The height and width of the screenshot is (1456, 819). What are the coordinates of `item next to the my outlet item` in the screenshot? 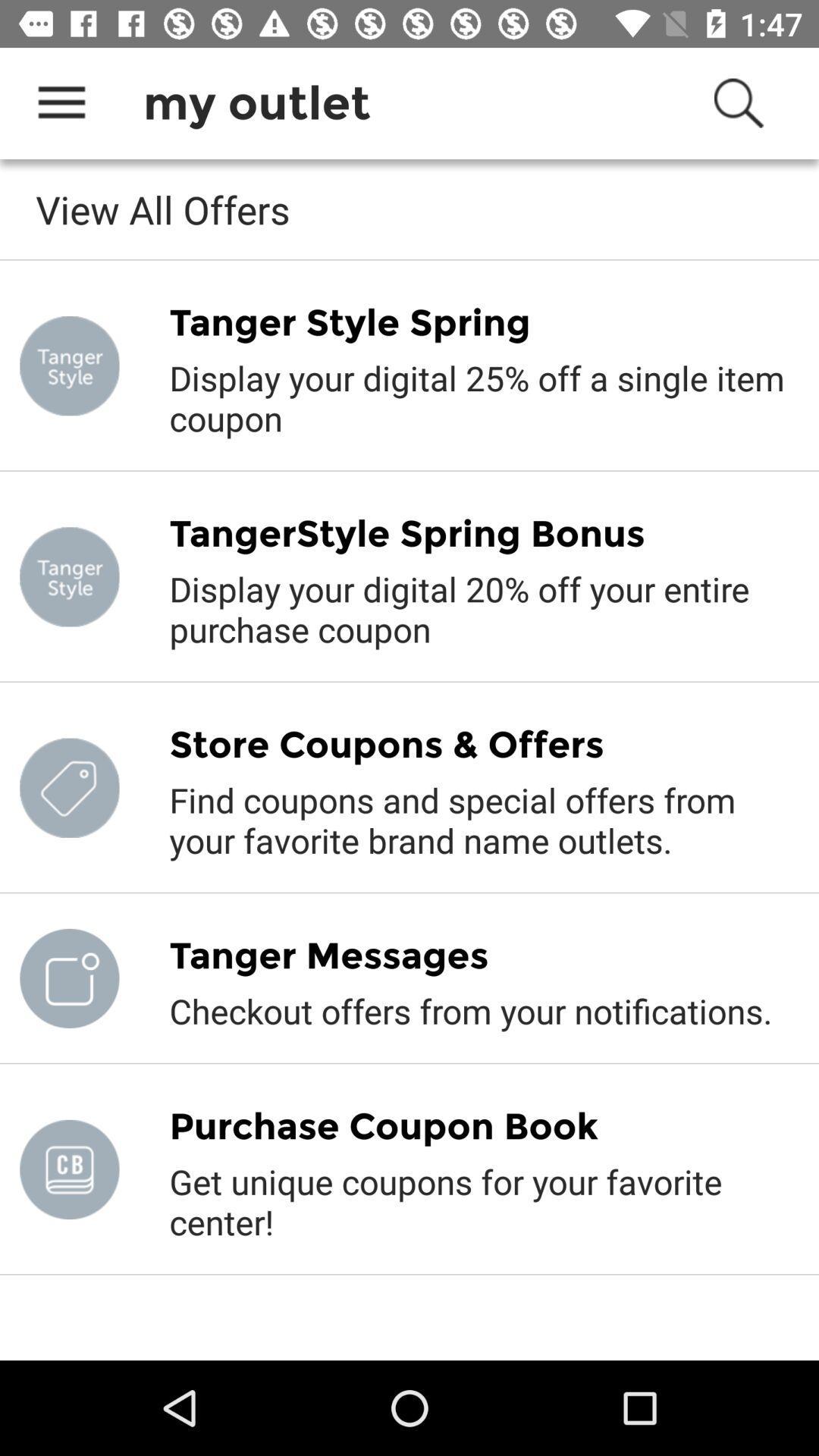 It's located at (61, 102).